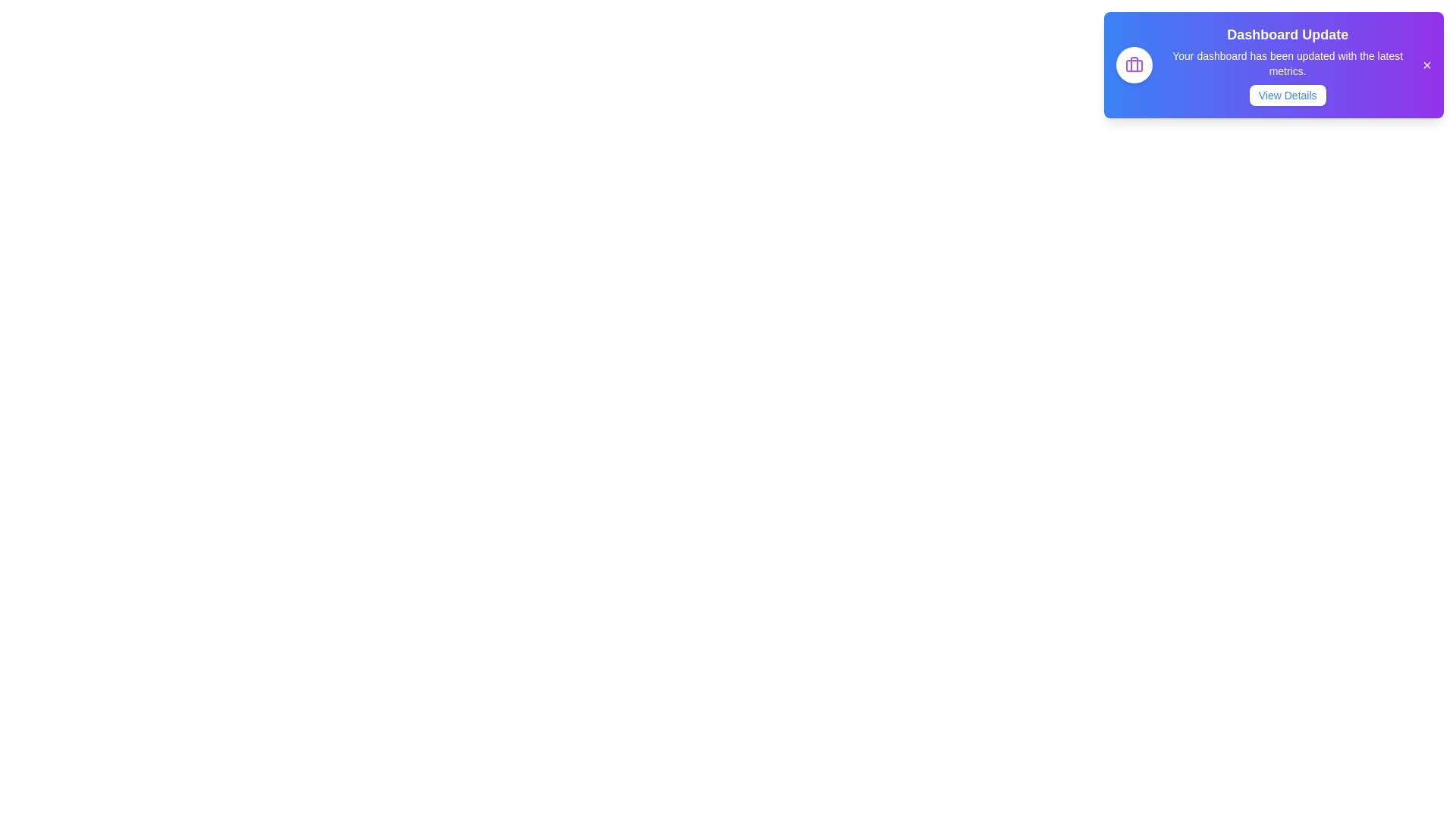  Describe the element at coordinates (1287, 96) in the screenshot. I see `the 'View Details' button to view the update details` at that location.